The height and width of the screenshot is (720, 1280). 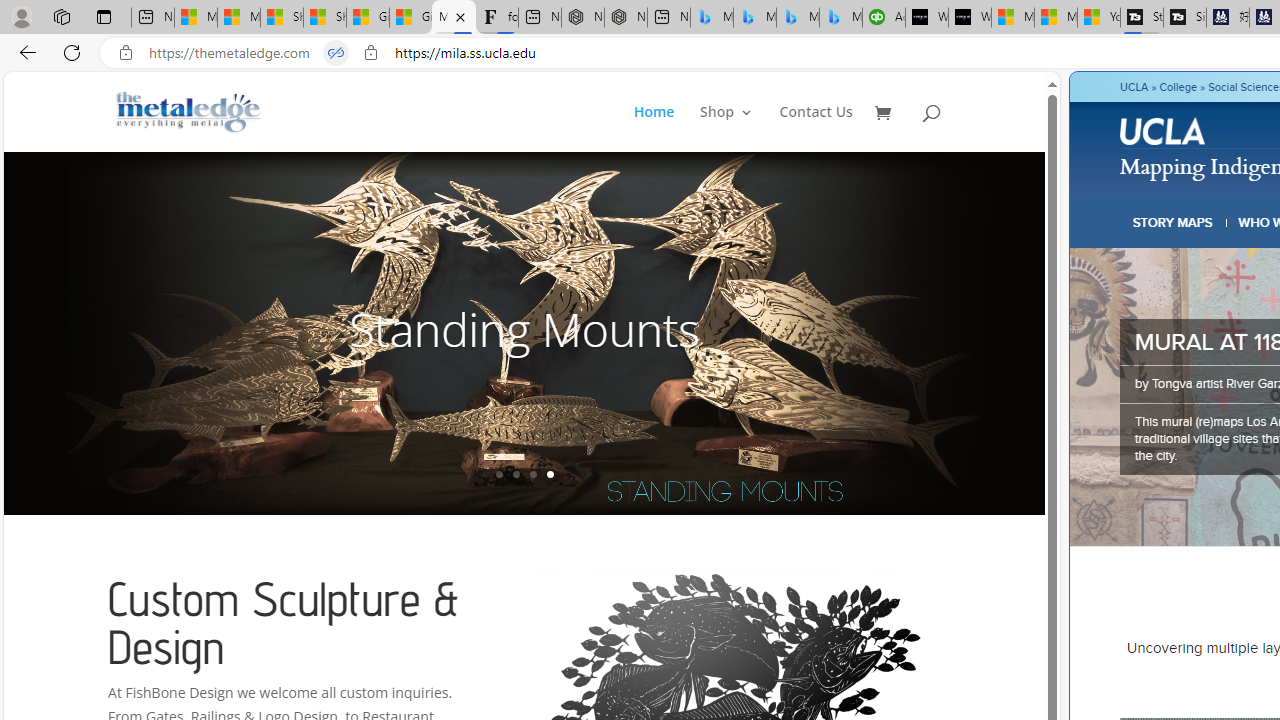 I want to click on 'Microsoft Start Sports', so click(x=1013, y=17).